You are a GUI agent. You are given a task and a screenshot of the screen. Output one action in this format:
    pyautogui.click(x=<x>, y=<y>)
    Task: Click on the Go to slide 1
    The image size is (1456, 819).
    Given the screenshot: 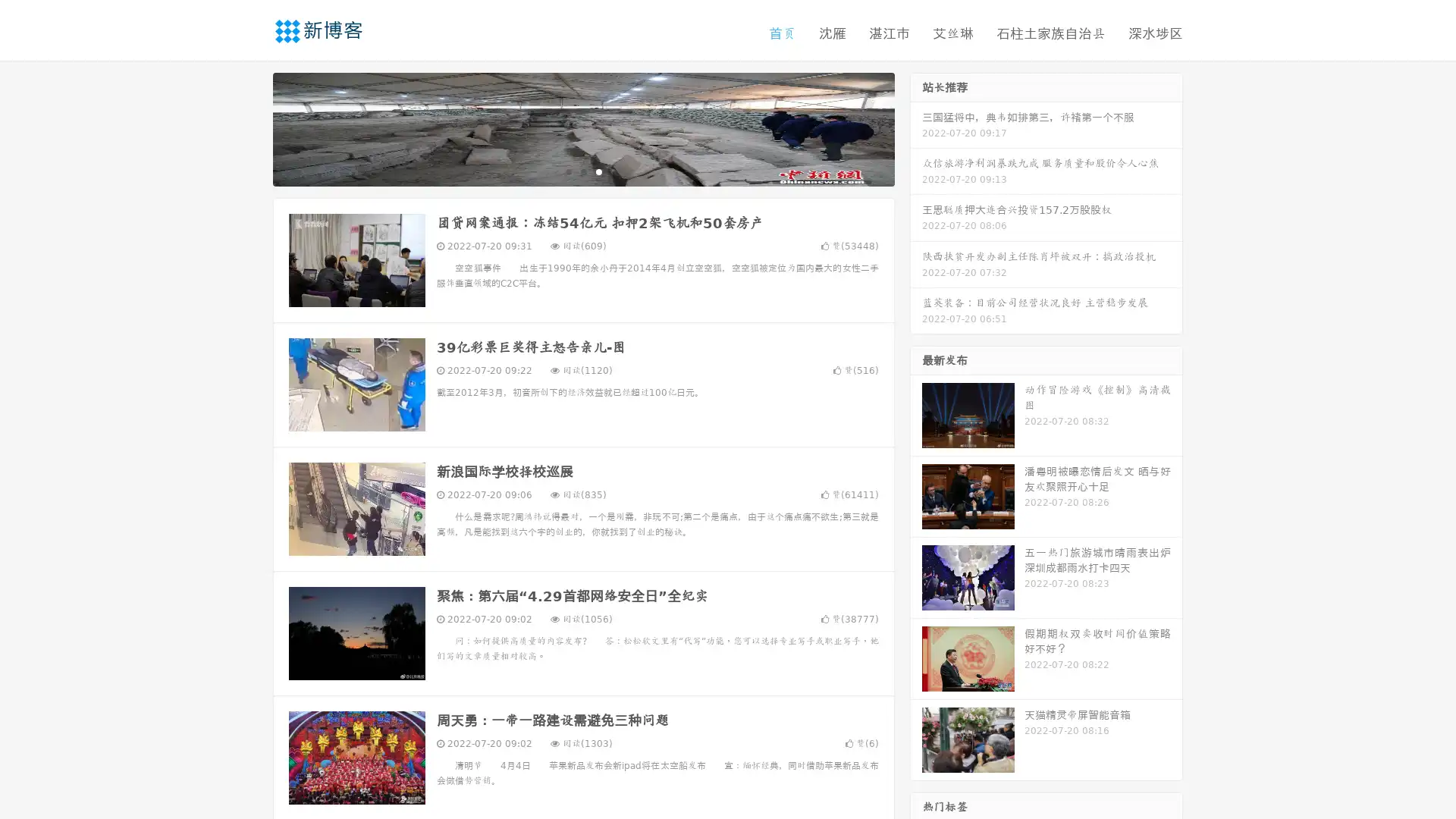 What is the action you would take?
    pyautogui.click(x=567, y=171)
    